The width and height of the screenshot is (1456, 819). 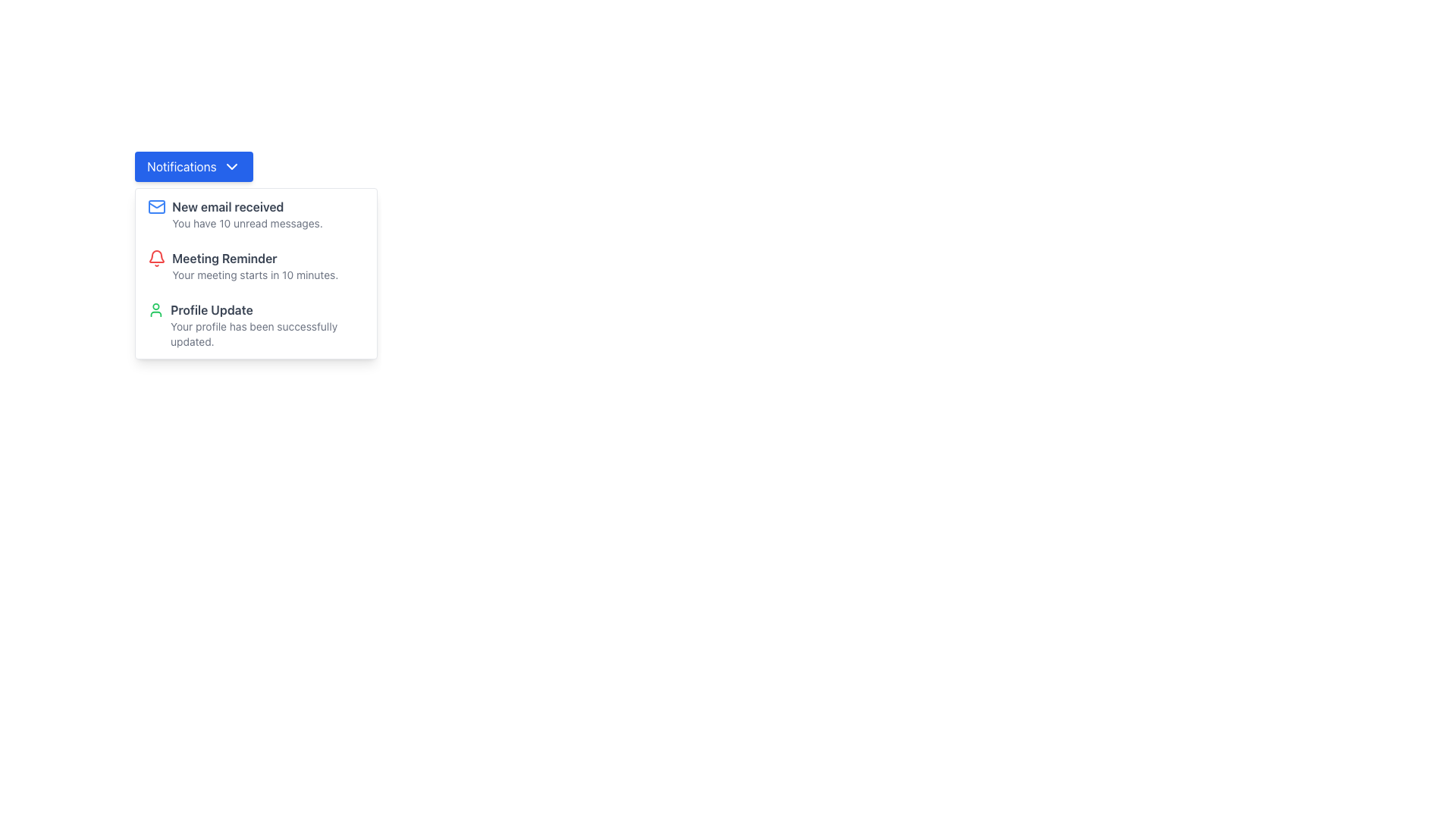 I want to click on the first notification item in the dropdown panel that displays a blue envelope icon and the text 'New email received', so click(x=256, y=214).